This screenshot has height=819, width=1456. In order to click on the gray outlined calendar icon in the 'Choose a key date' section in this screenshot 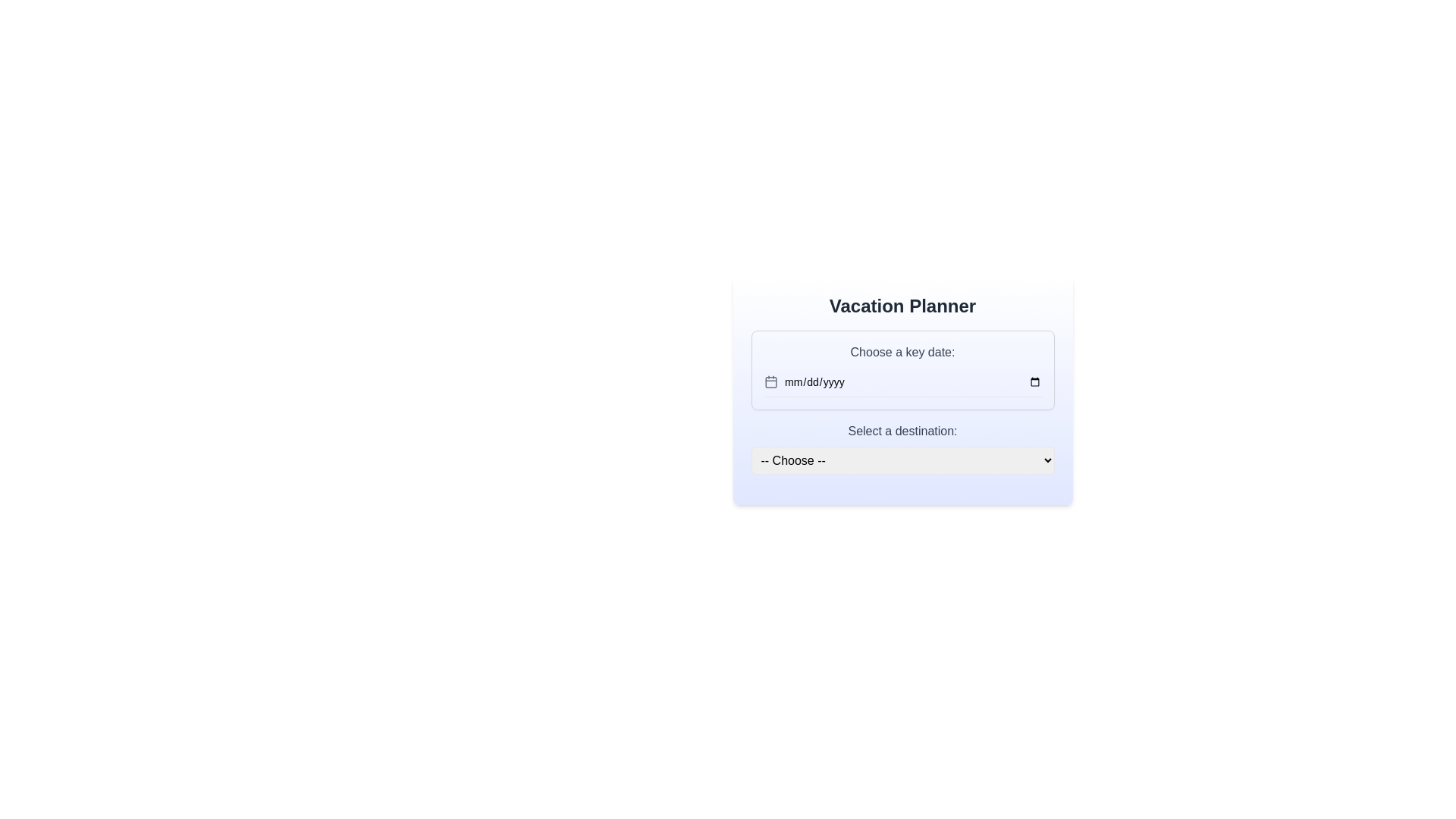, I will do `click(770, 381)`.